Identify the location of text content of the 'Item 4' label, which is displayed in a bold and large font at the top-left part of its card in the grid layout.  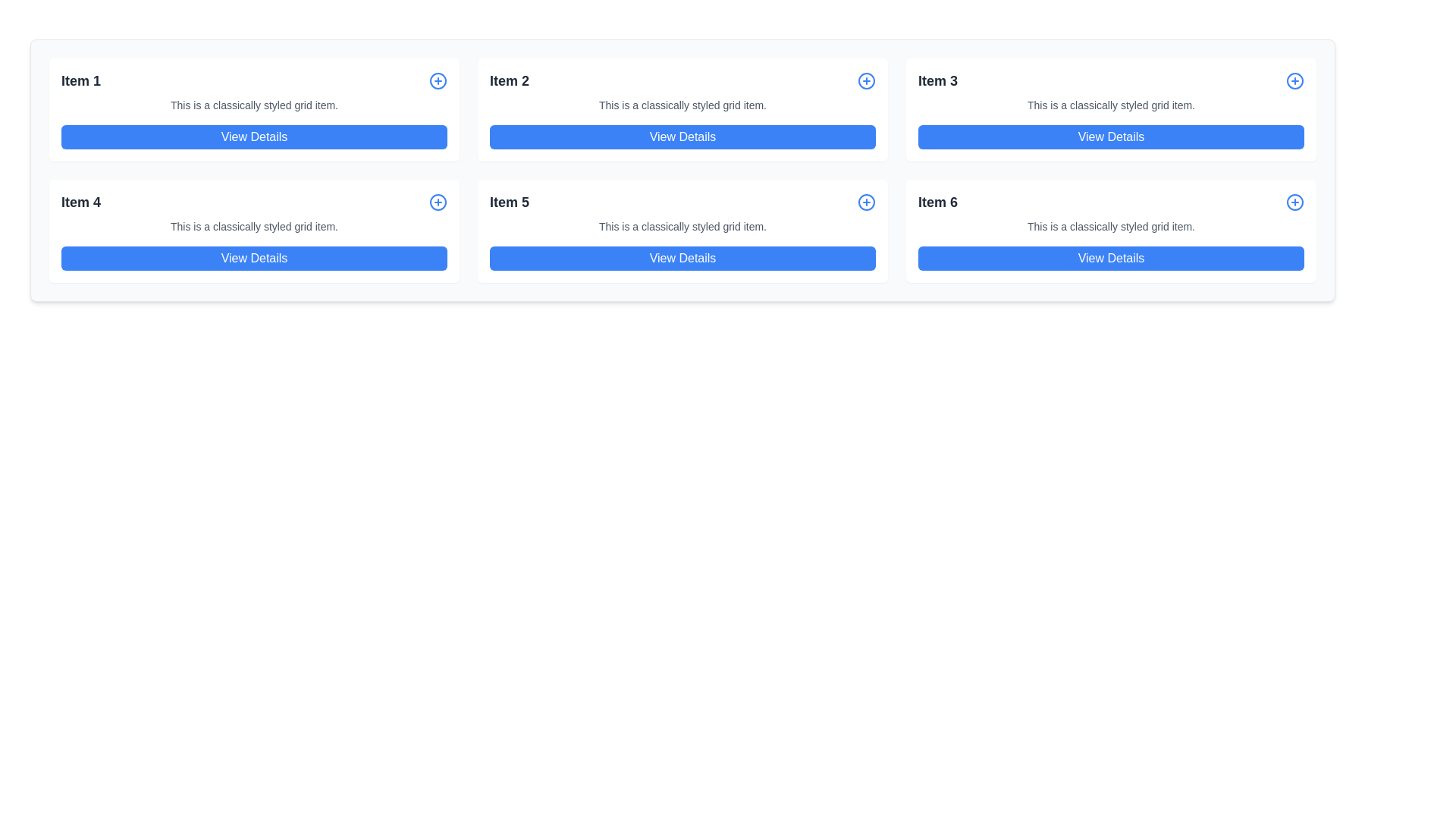
(80, 201).